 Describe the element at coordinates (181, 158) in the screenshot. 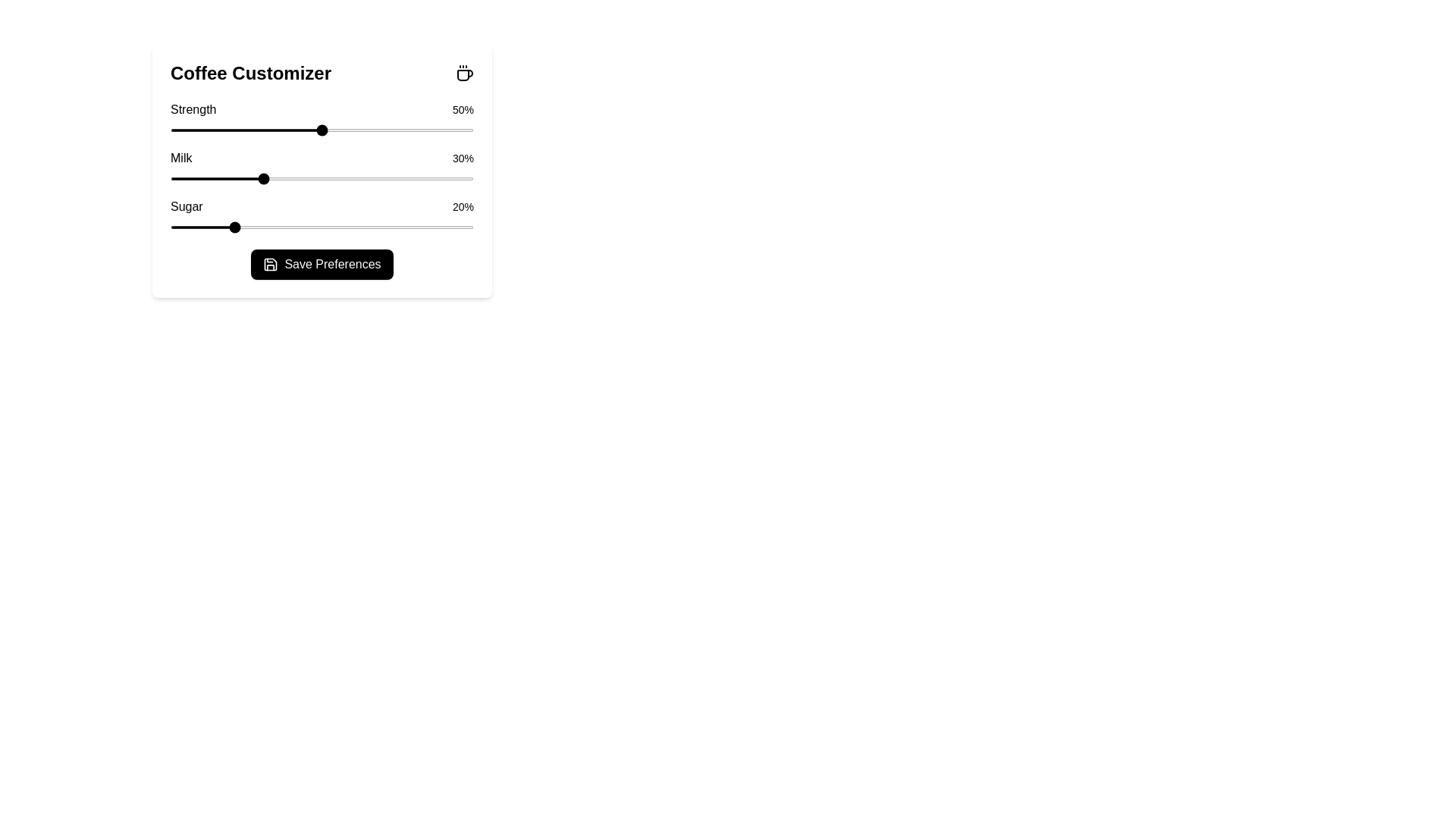

I see `the 'Milk' text label, which is displayed in a medium-weight black font, positioned to the left of the percentage value '30%' and above an interactive slider in the 'Coffee Customizer' card interface` at that location.